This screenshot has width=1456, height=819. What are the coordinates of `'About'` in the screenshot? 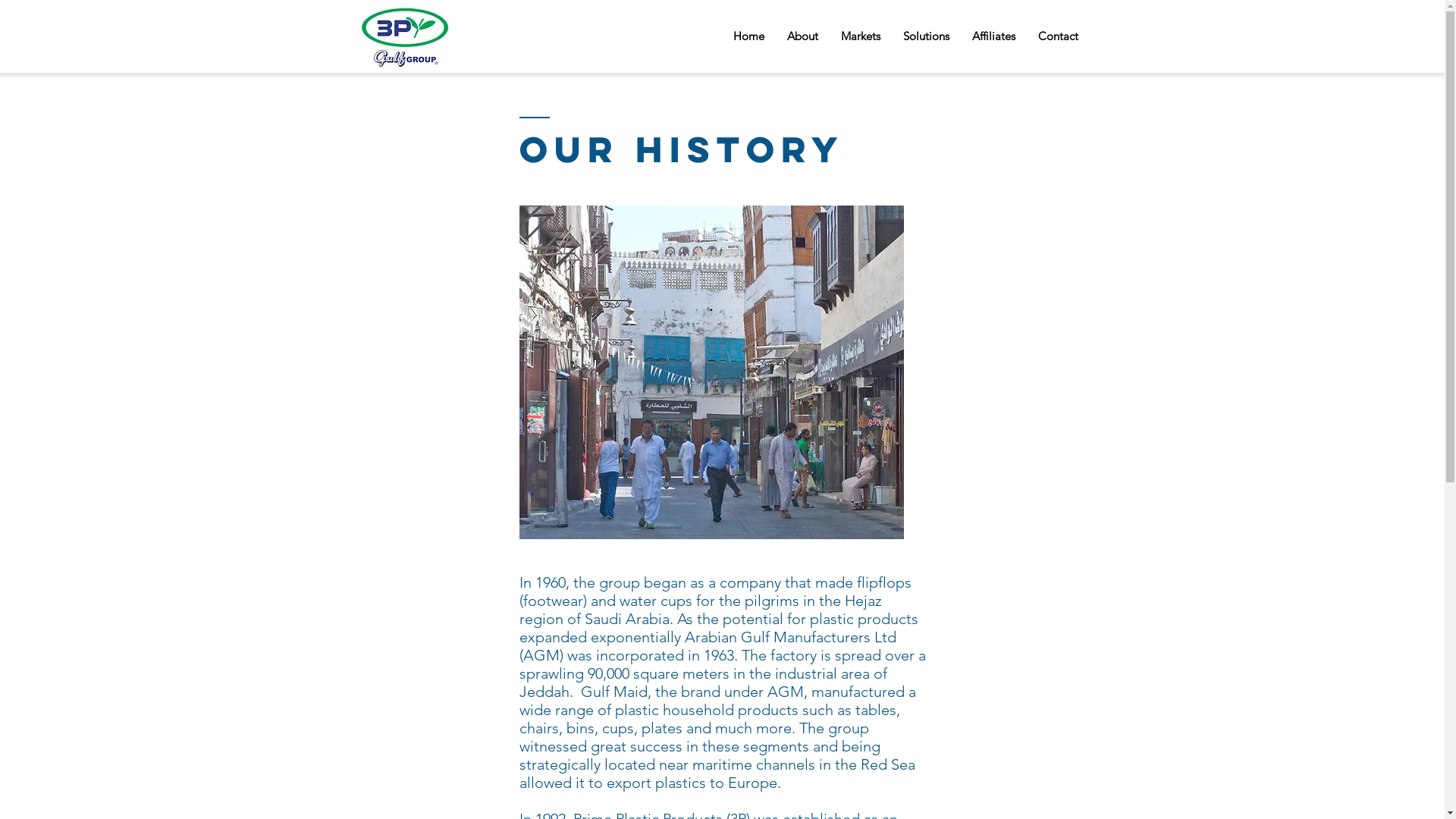 It's located at (801, 35).